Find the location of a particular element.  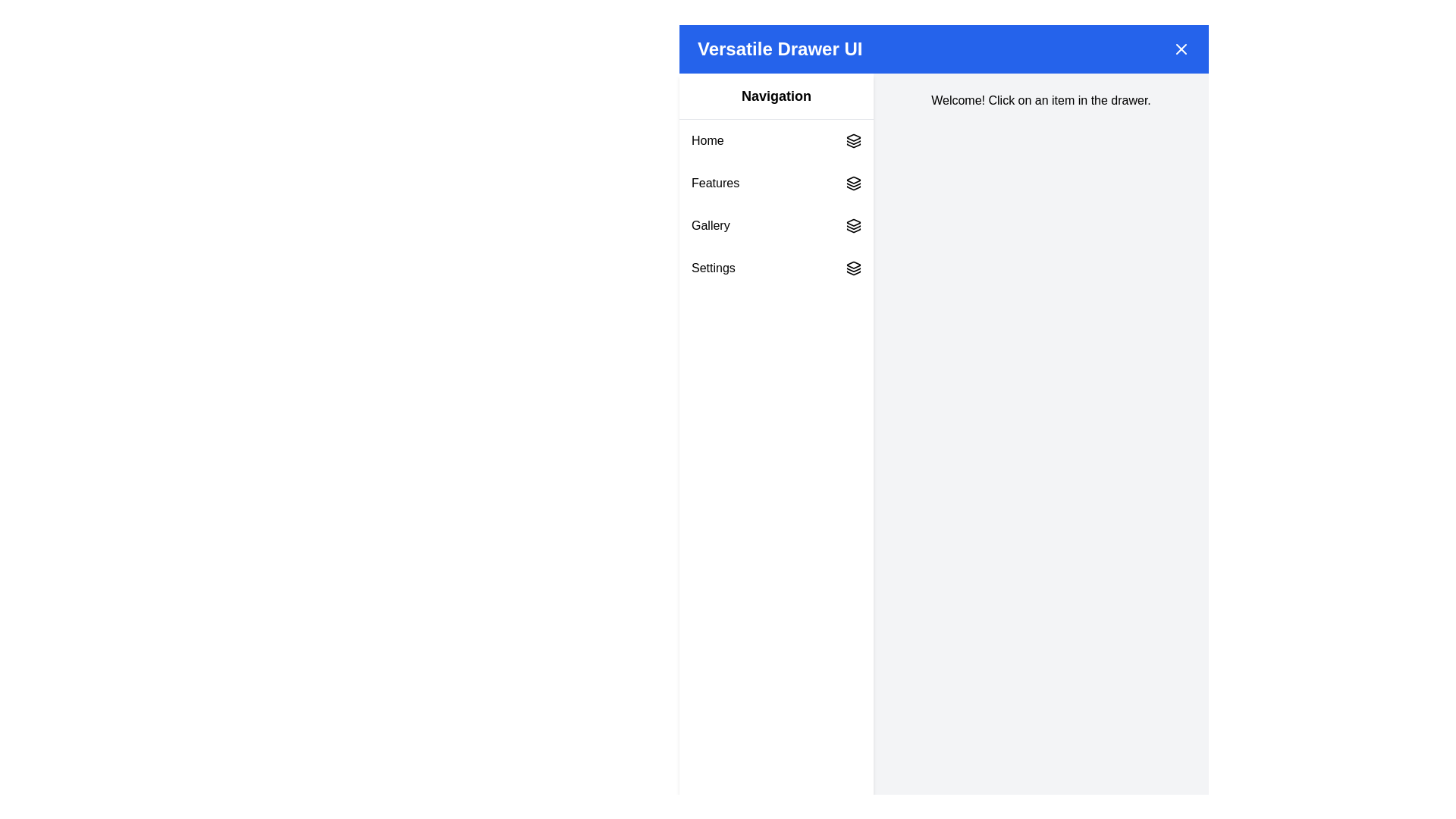

the 'Features' menu icon, which is the second icon in a vertical navigation menu located on the left side of the interface is located at coordinates (854, 183).